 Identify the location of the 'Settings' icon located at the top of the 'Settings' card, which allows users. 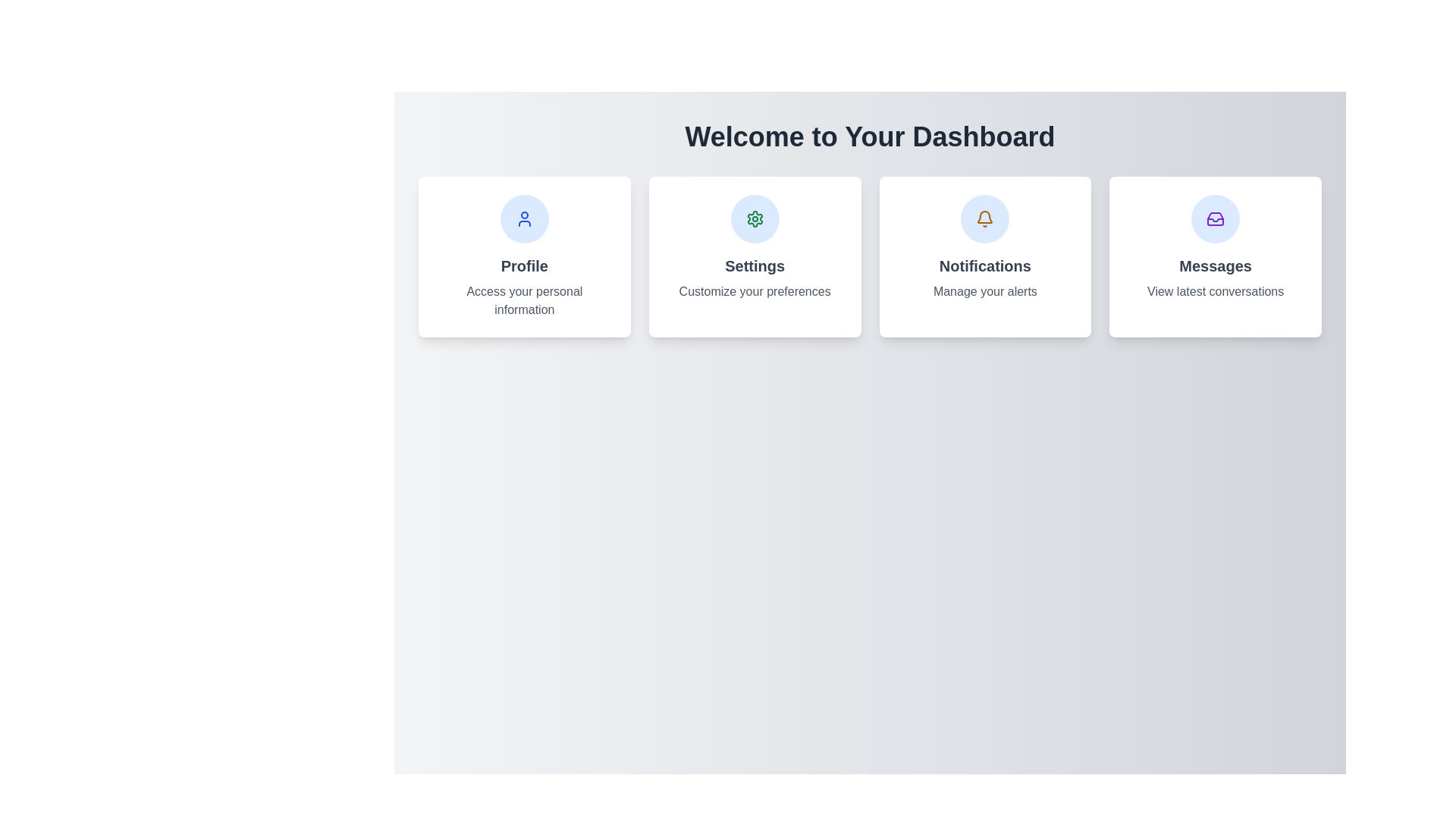
(755, 219).